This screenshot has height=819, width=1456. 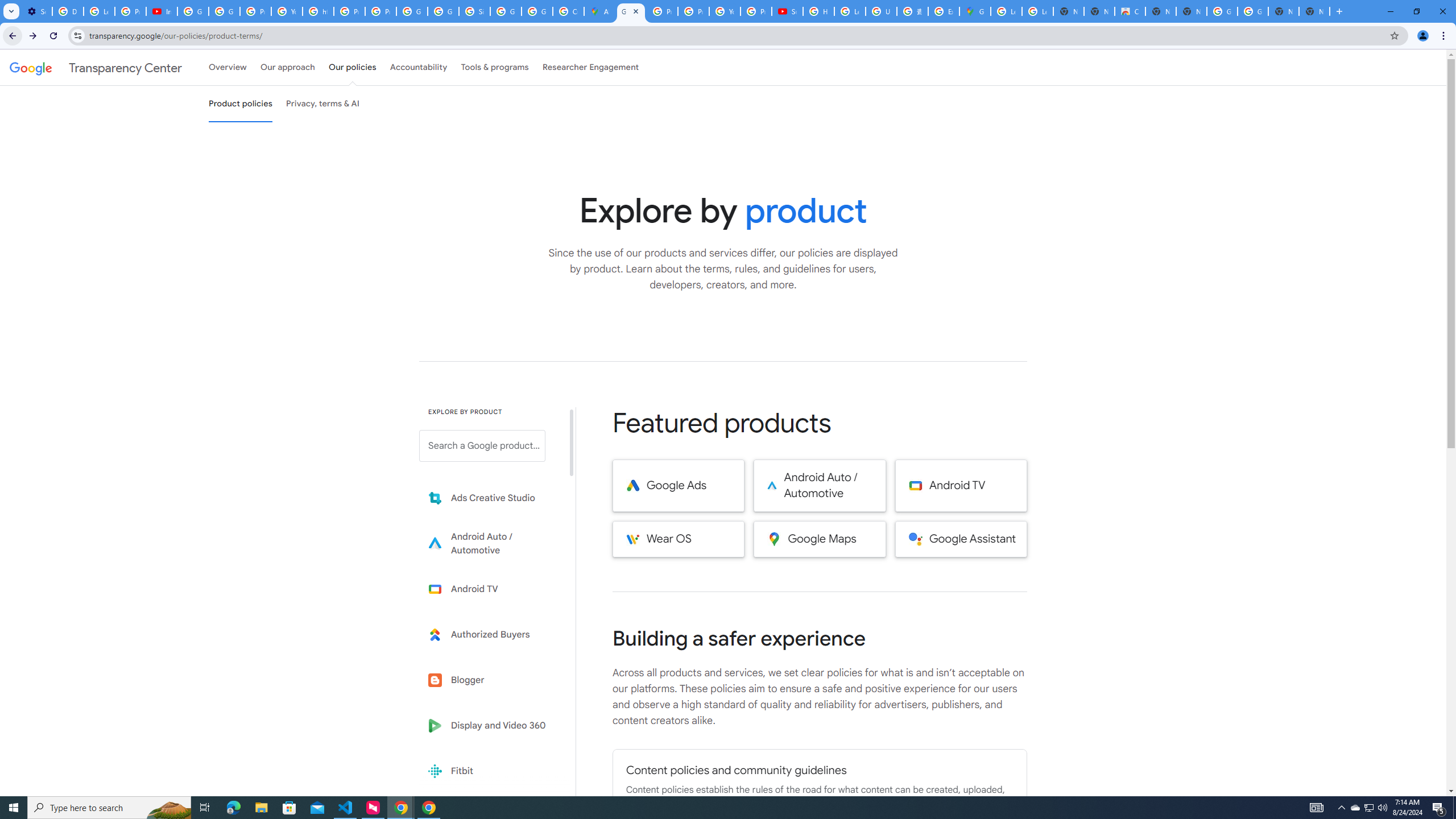 I want to click on 'Accountability', so click(x=418, y=67).